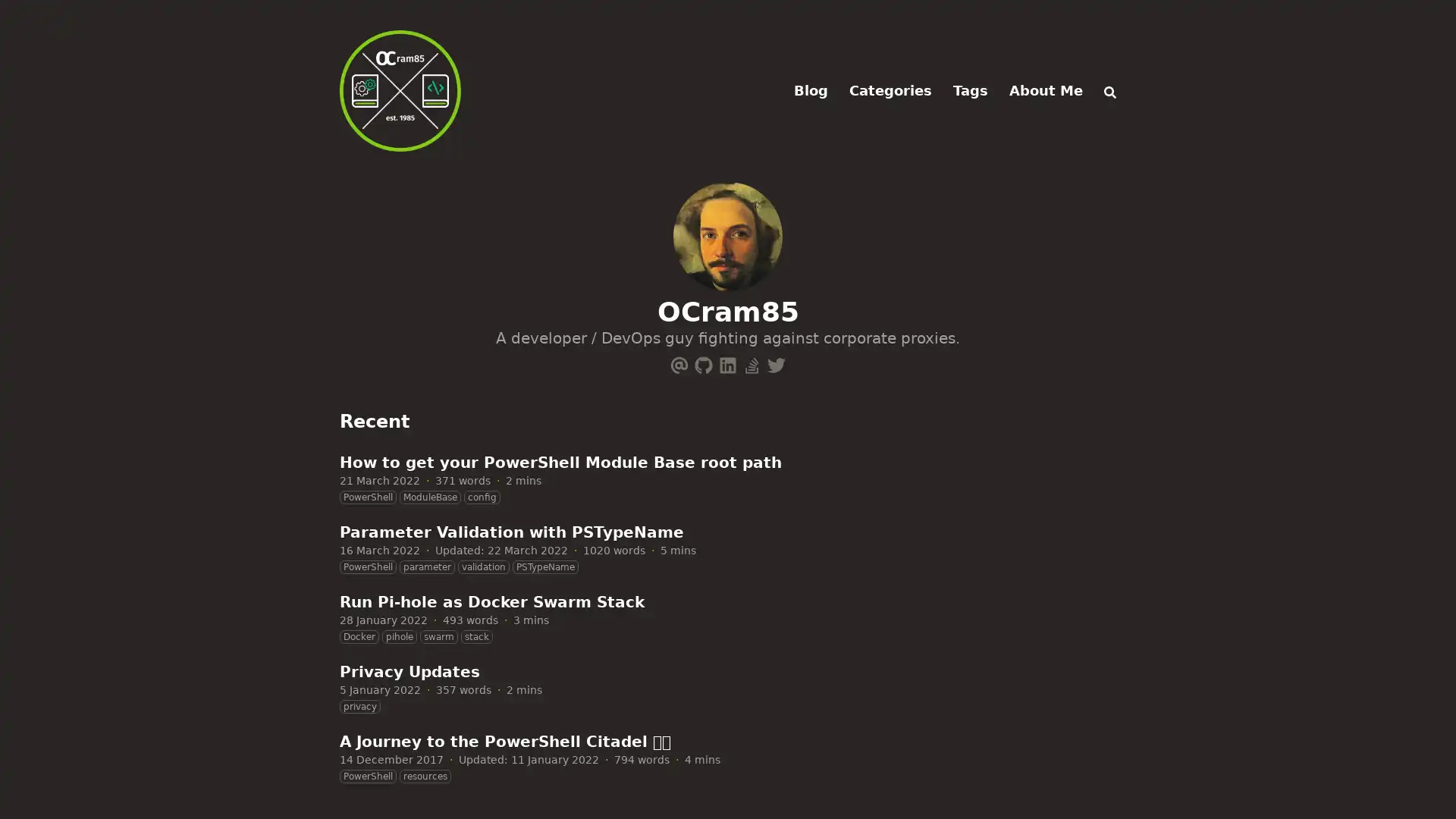 Image resolution: width=1456 pixels, height=819 pixels. I want to click on Search (/), so click(1110, 91).